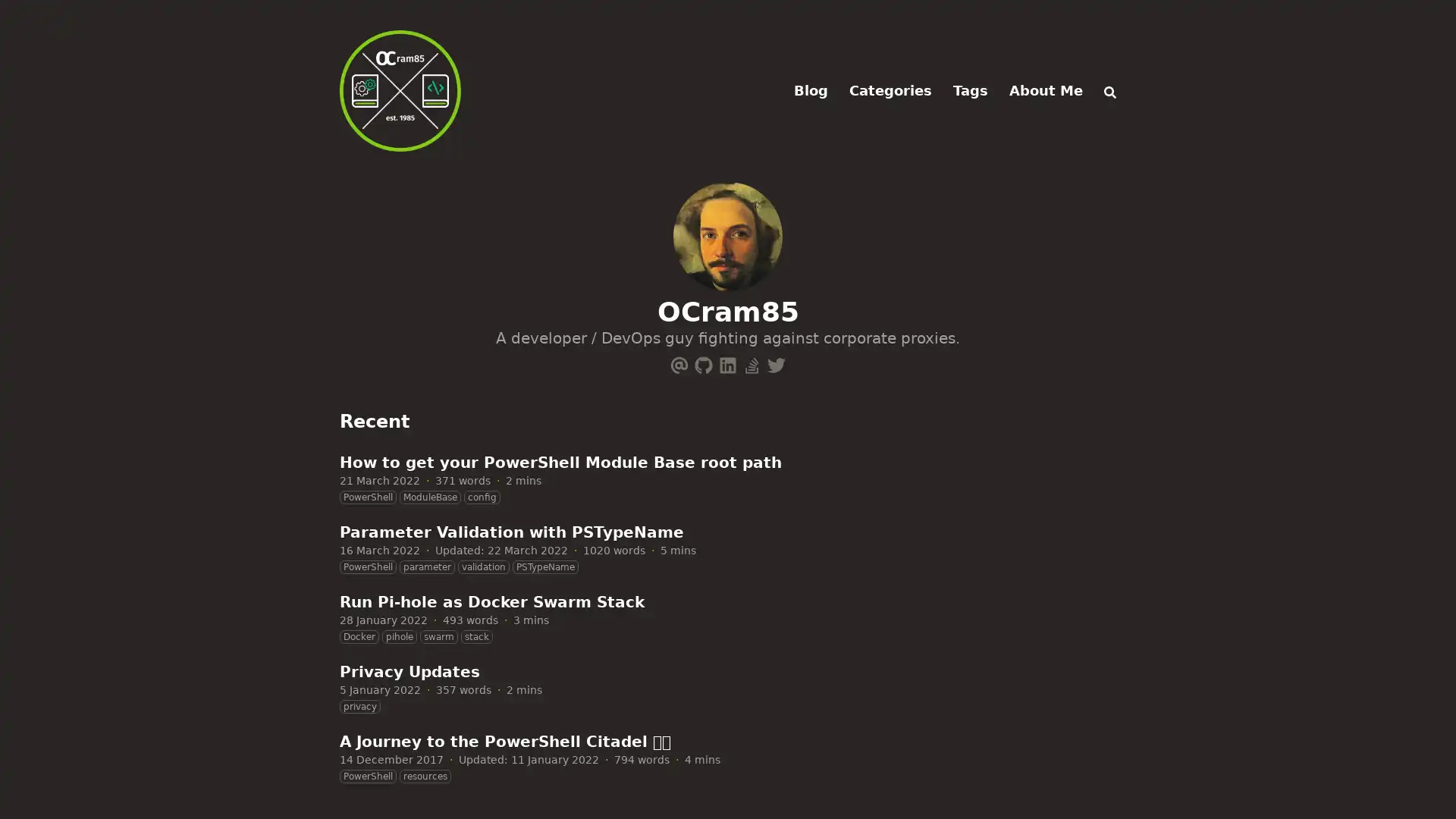 Image resolution: width=1456 pixels, height=819 pixels. I want to click on Search (/), so click(1110, 91).